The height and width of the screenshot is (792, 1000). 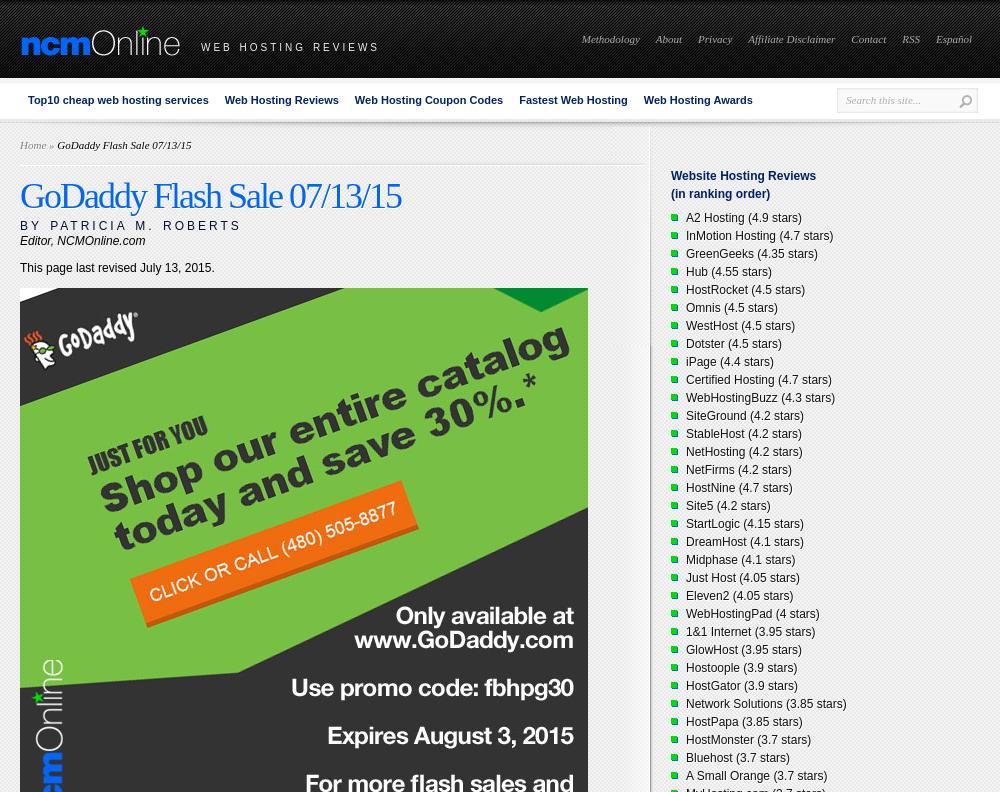 I want to click on 'SiteGround (4.2 stars)', so click(x=744, y=415).